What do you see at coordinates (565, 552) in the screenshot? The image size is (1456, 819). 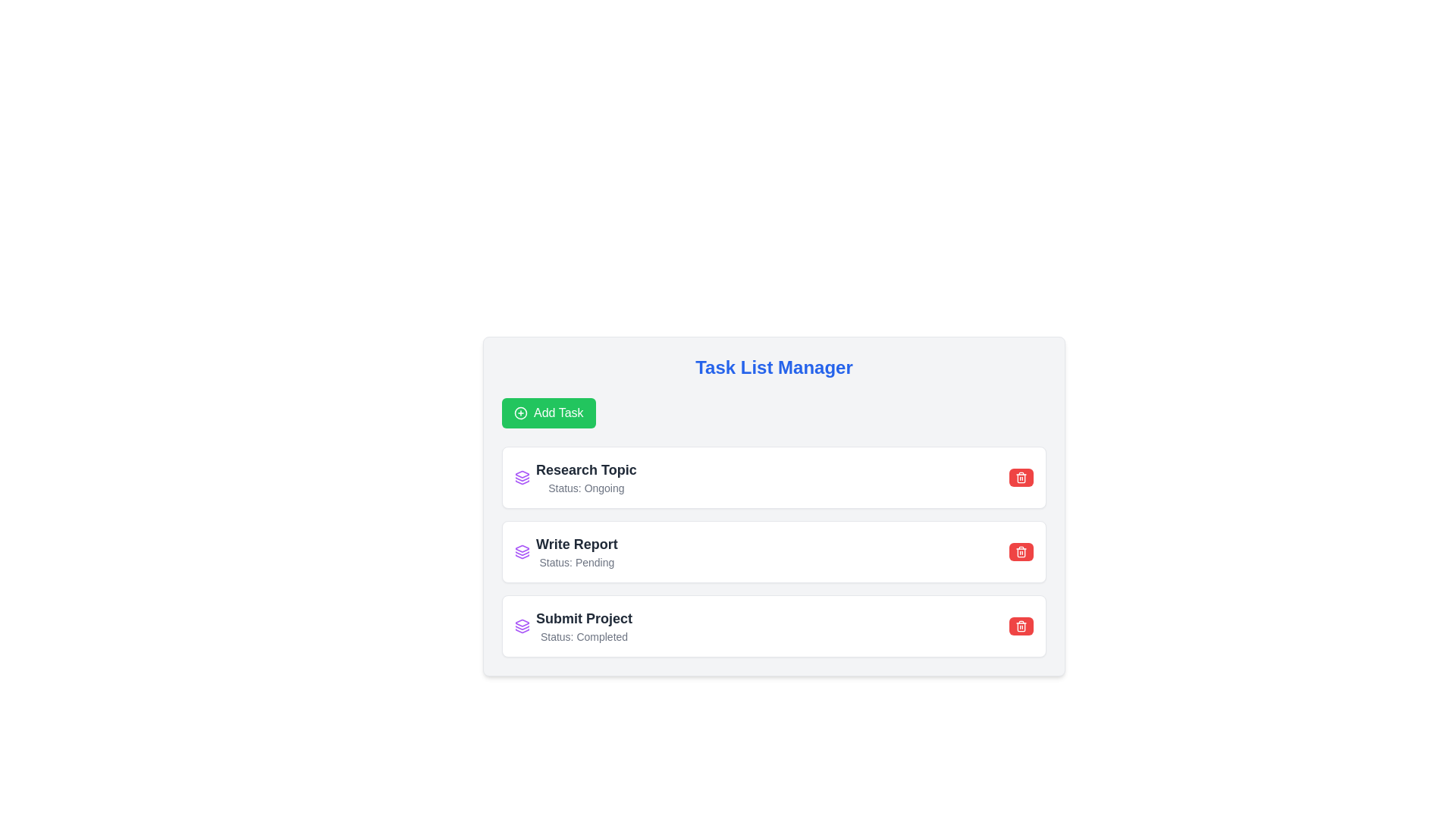 I see `the element labeled 'Write Report' with an icon of a stack of layers, which is the second item in a vertical list, positioned below 'Research Topic' and above 'Submit Project'` at bounding box center [565, 552].